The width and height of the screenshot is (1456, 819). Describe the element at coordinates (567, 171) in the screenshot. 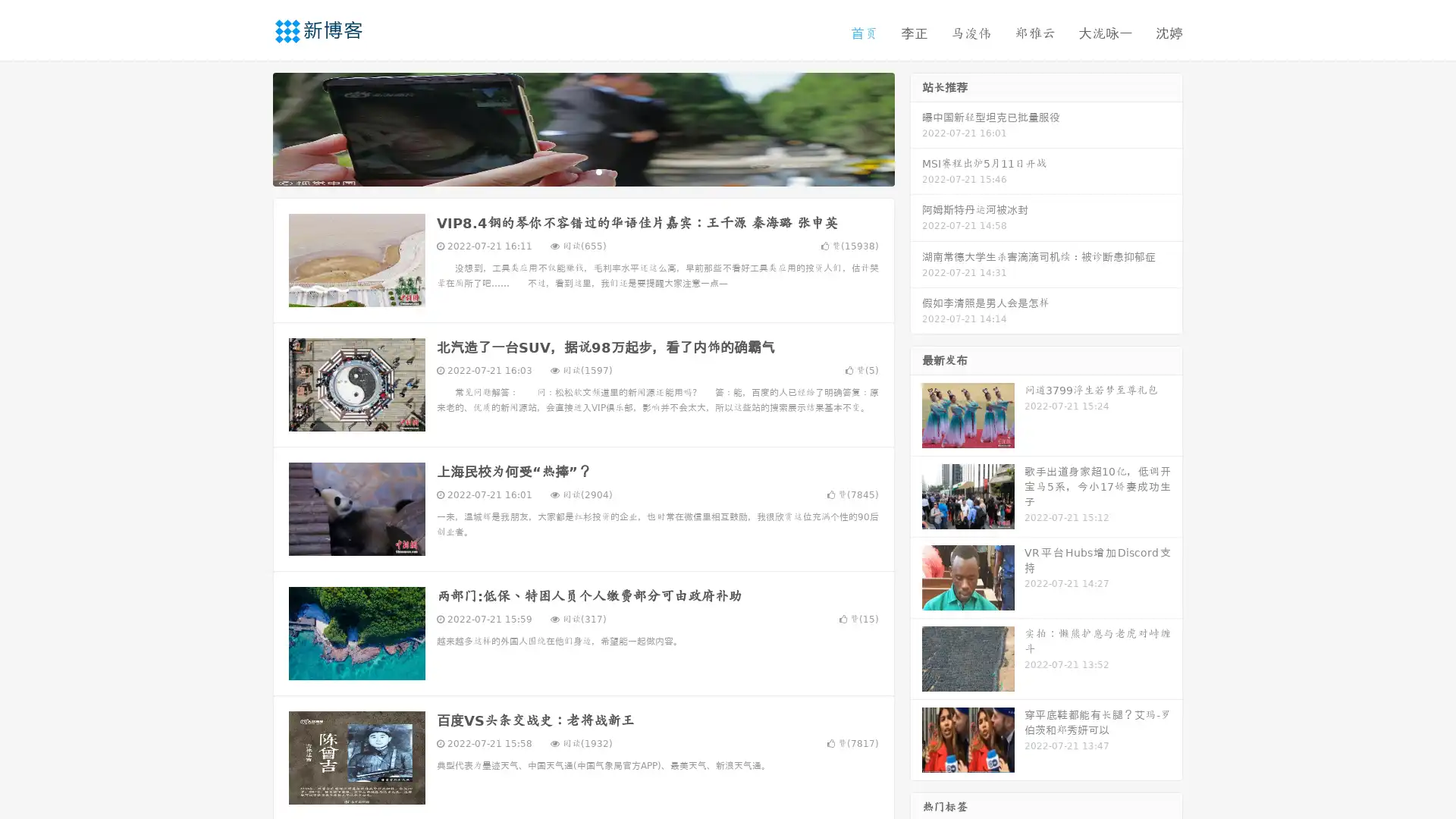

I see `Go to slide 1` at that location.